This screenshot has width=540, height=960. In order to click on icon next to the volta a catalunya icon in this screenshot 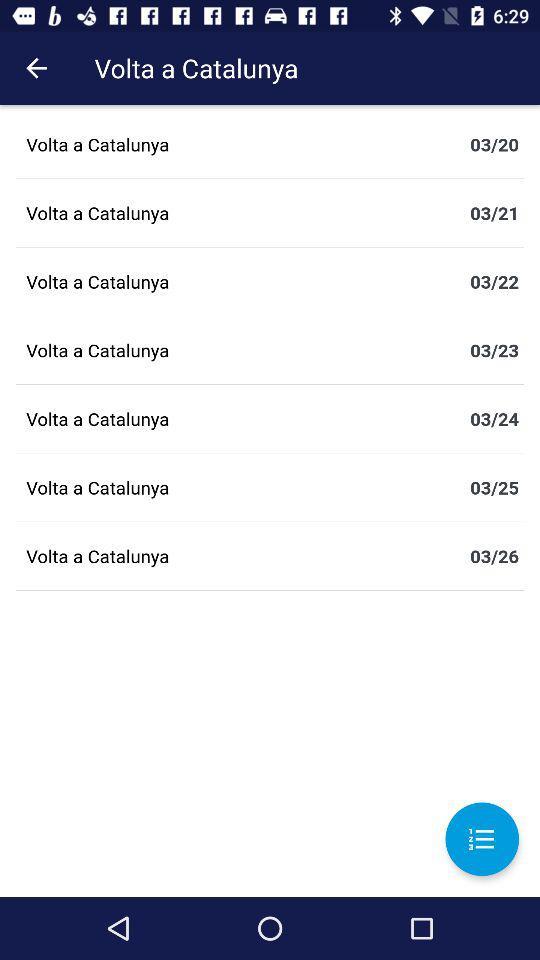, I will do `click(36, 68)`.